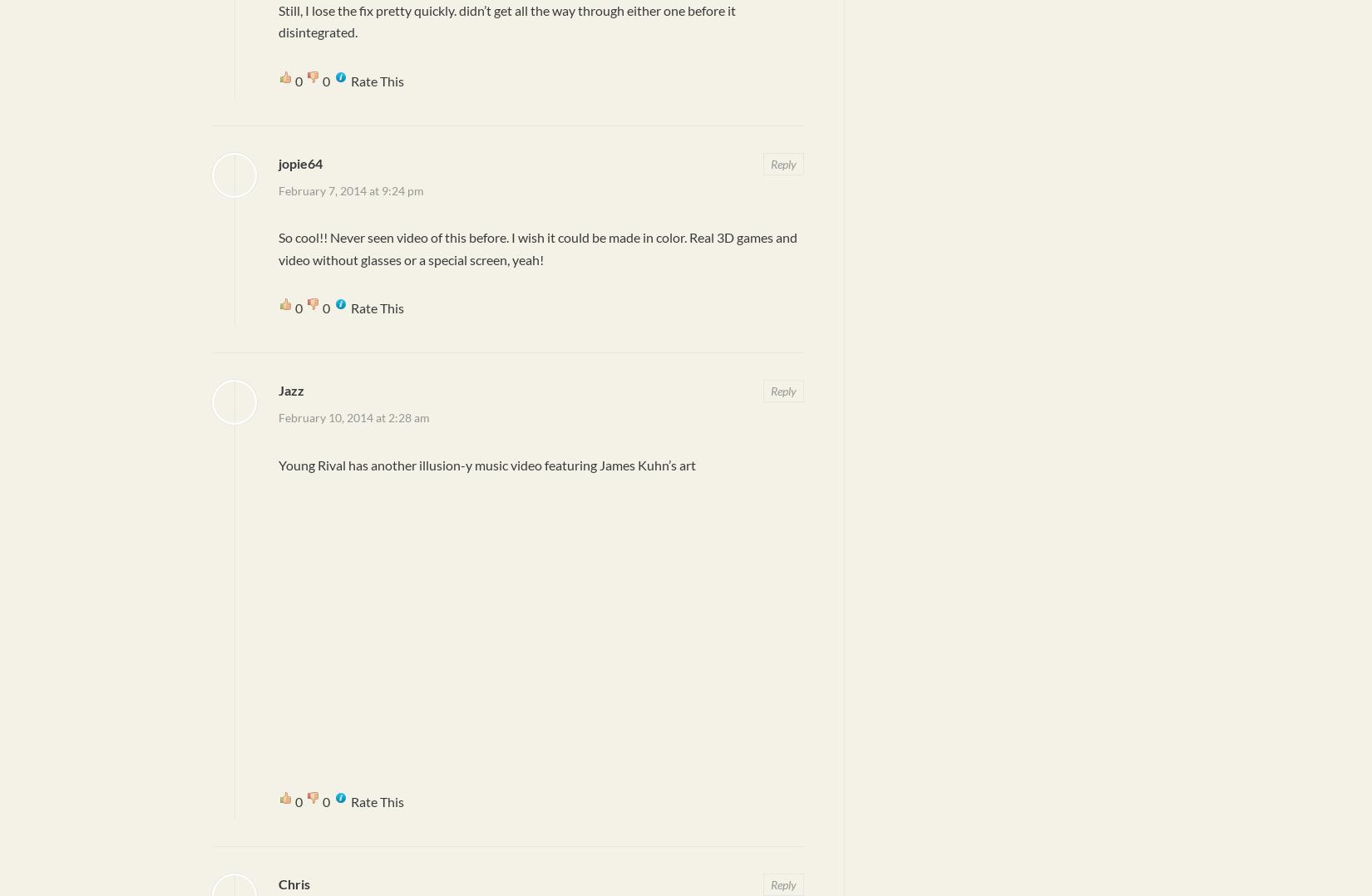 The width and height of the screenshot is (1372, 896). Describe the element at coordinates (278, 388) in the screenshot. I see `'Jazz'` at that location.